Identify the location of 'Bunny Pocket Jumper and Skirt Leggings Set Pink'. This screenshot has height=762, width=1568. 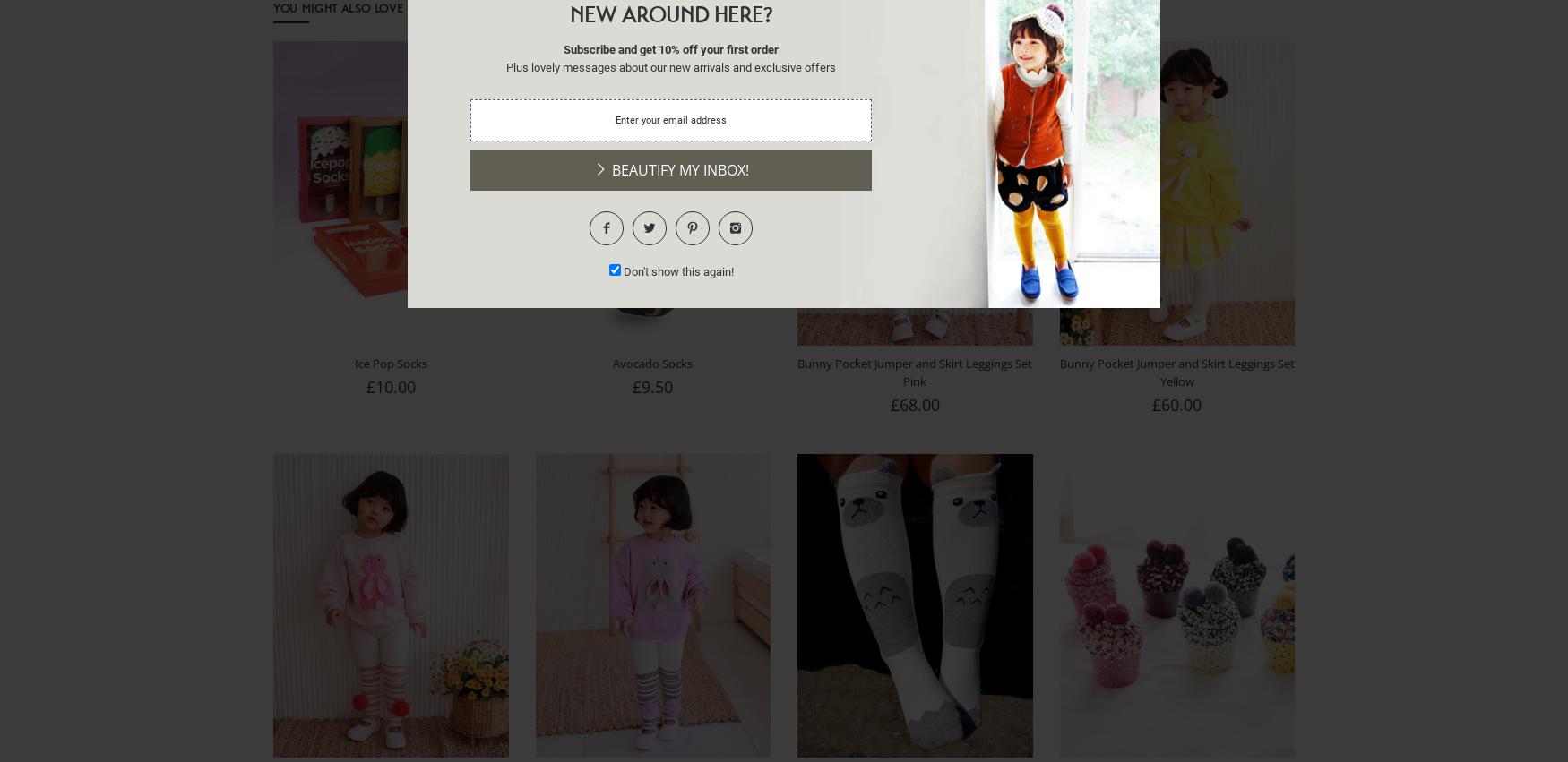
(913, 371).